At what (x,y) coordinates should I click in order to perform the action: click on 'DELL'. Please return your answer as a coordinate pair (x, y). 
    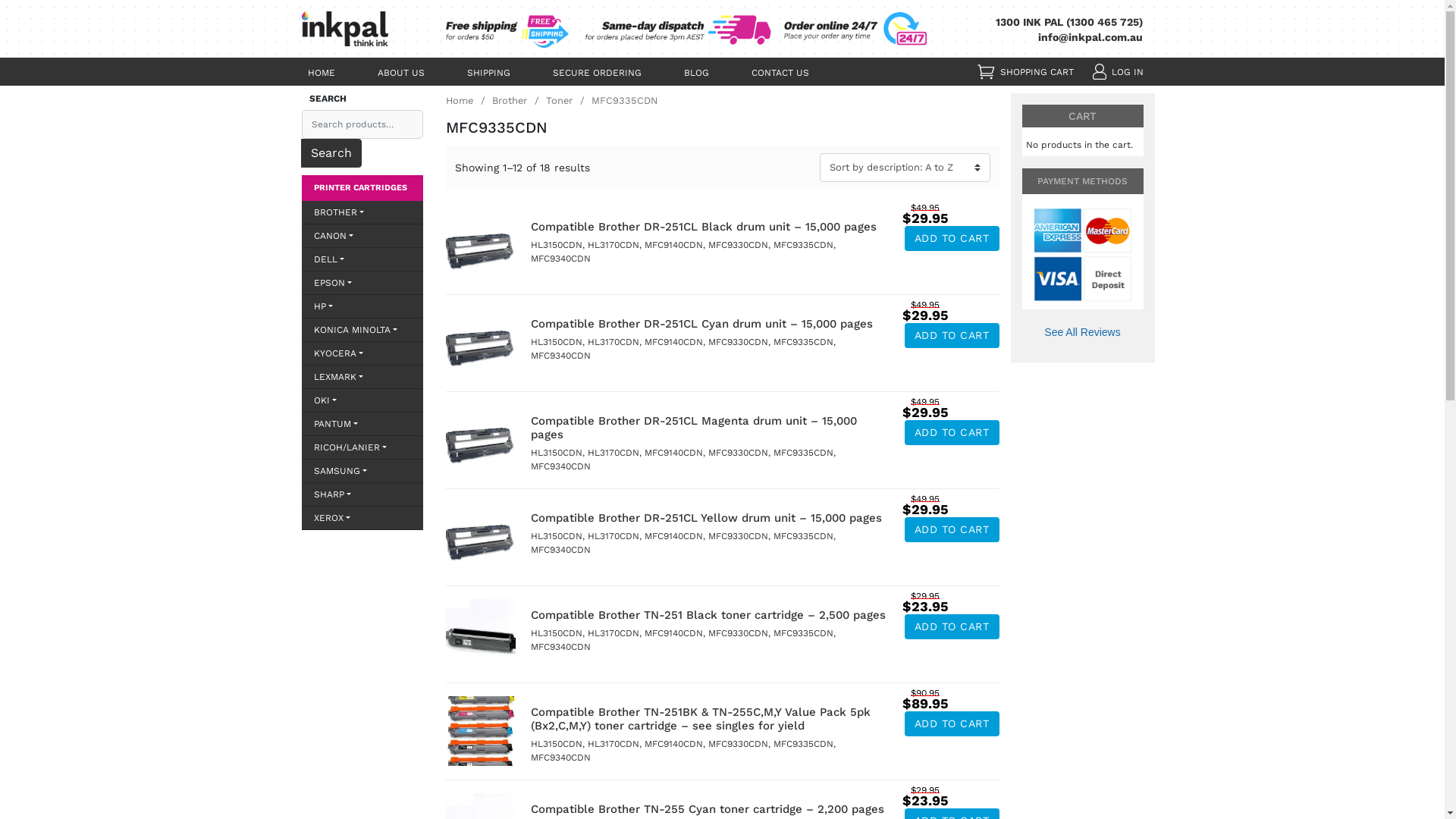
    Looking at the image, I should click on (362, 259).